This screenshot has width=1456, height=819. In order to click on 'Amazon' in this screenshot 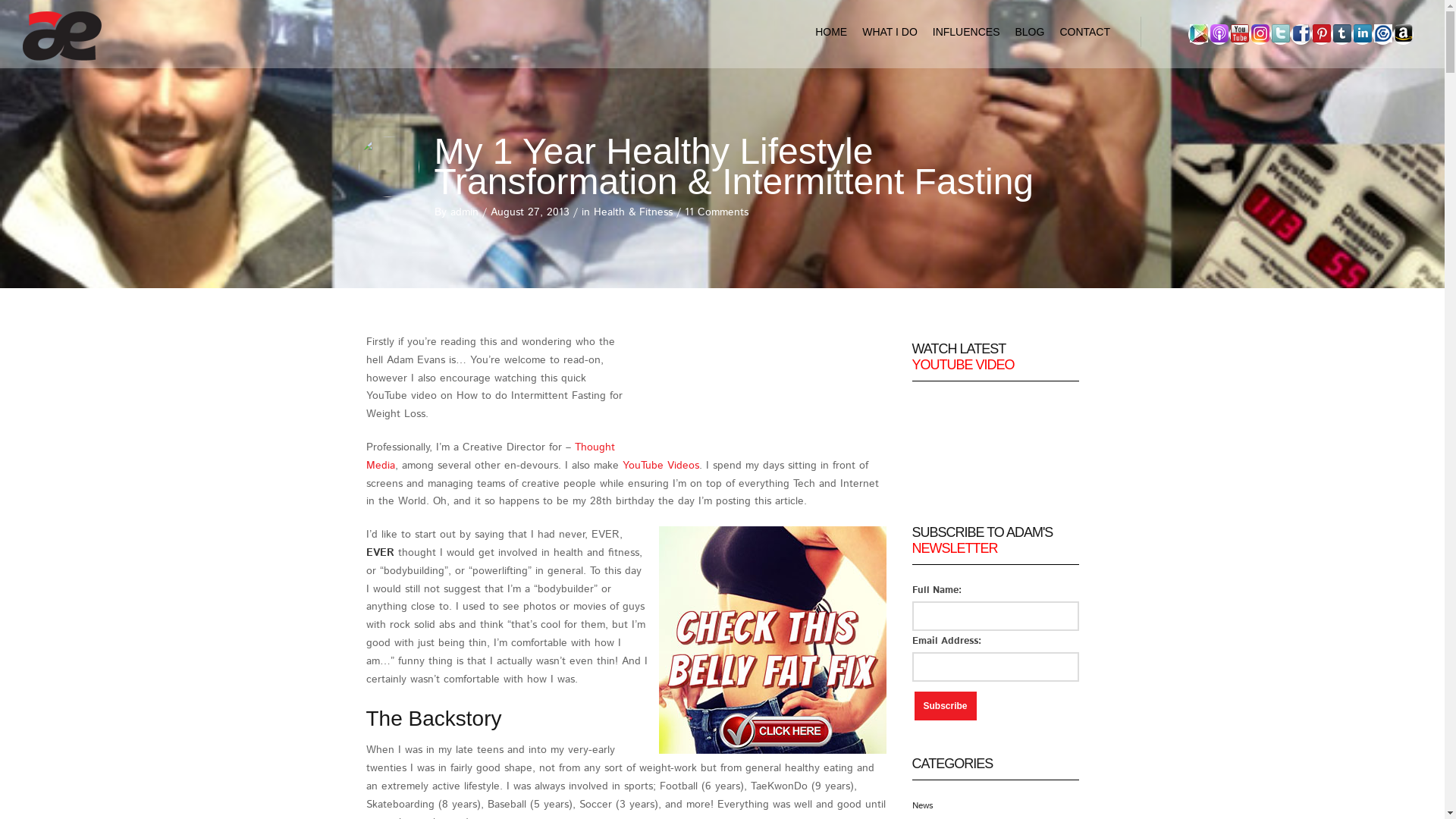, I will do `click(1401, 33)`.